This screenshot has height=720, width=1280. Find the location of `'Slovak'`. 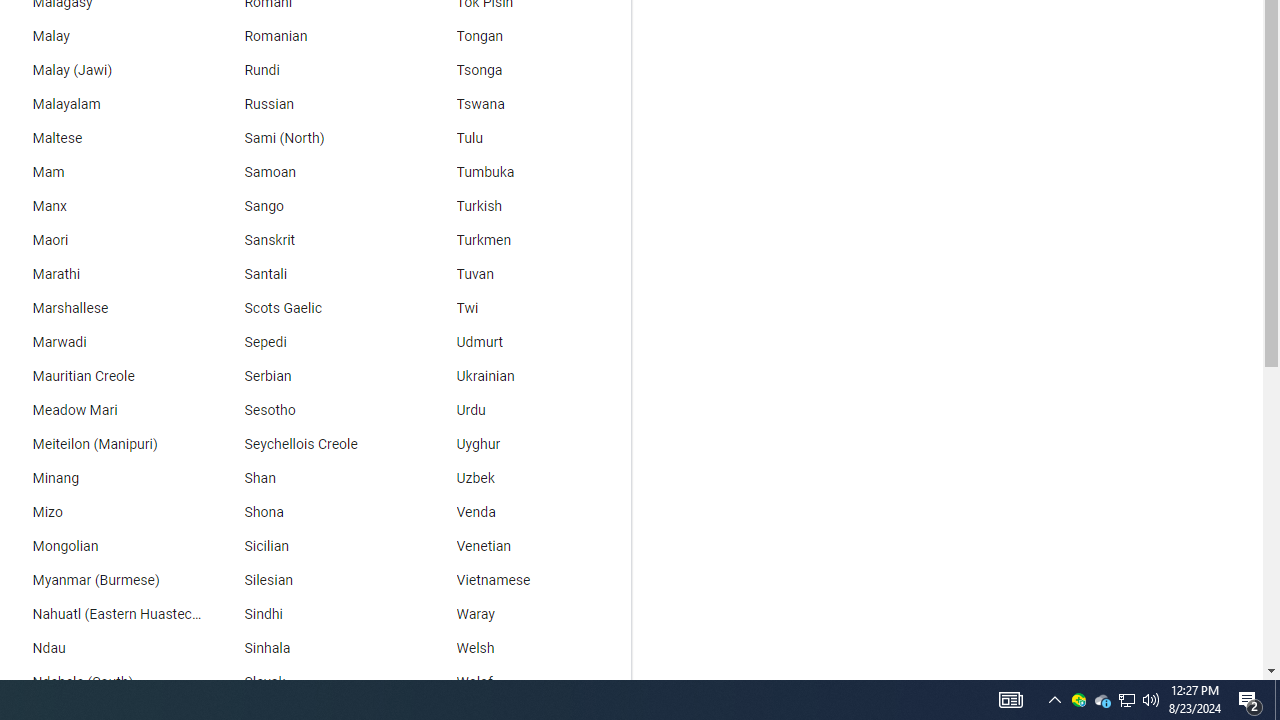

'Slovak' is located at coordinates (311, 681).